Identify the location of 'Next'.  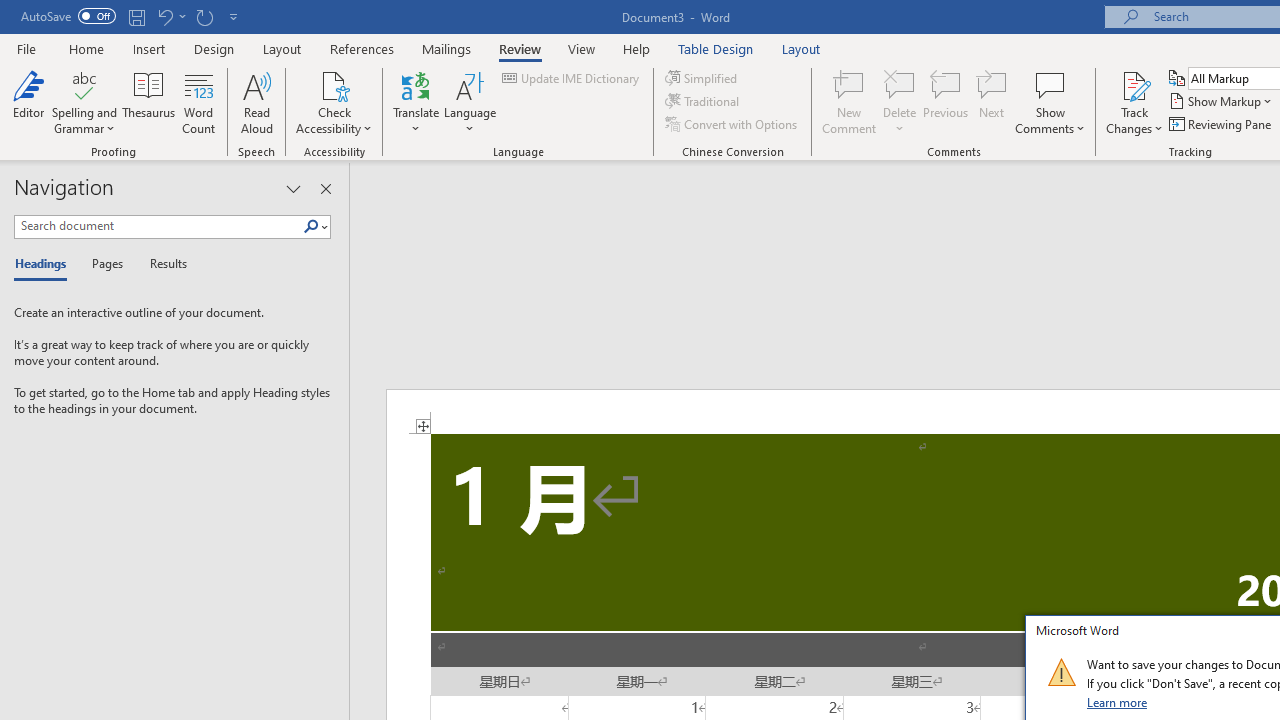
(992, 103).